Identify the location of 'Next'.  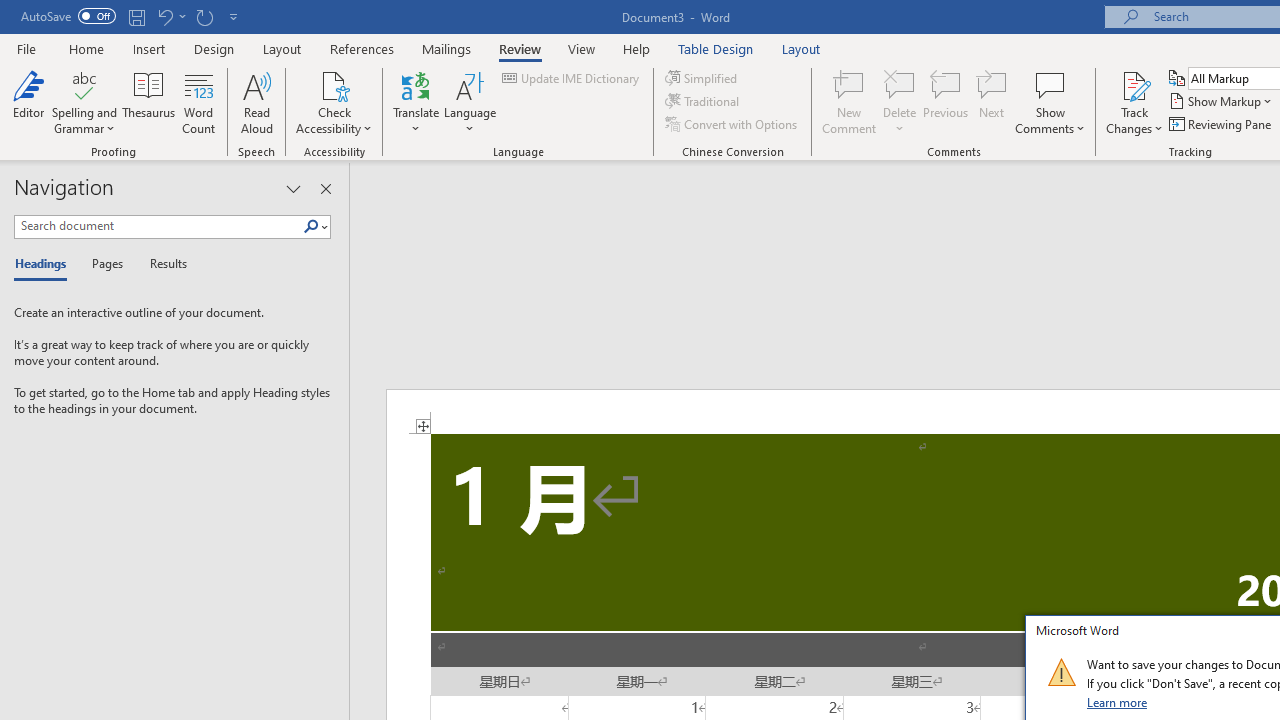
(992, 103).